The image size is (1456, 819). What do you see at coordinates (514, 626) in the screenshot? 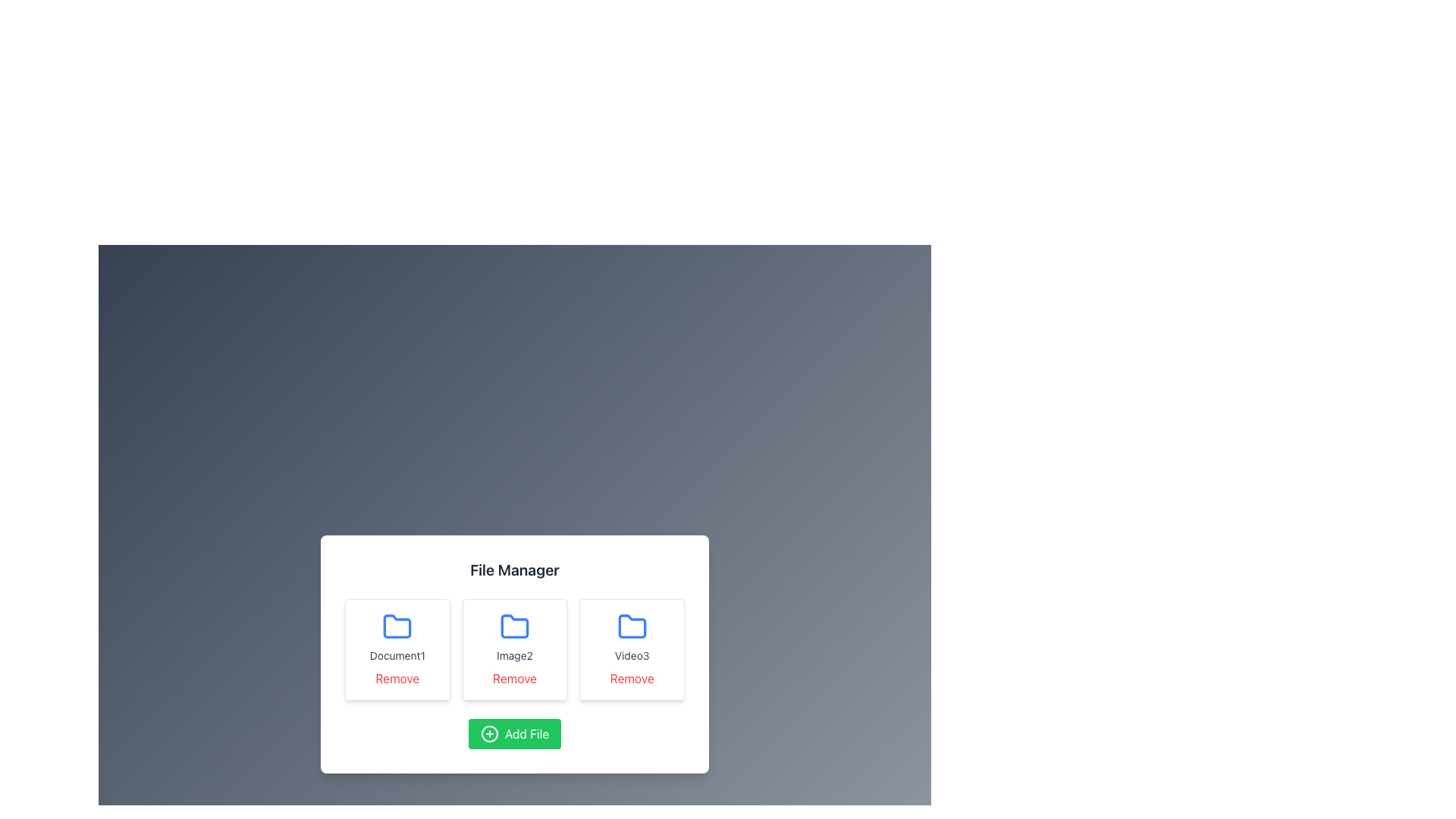
I see `the 'Image2' folder icon in the file manager` at bounding box center [514, 626].